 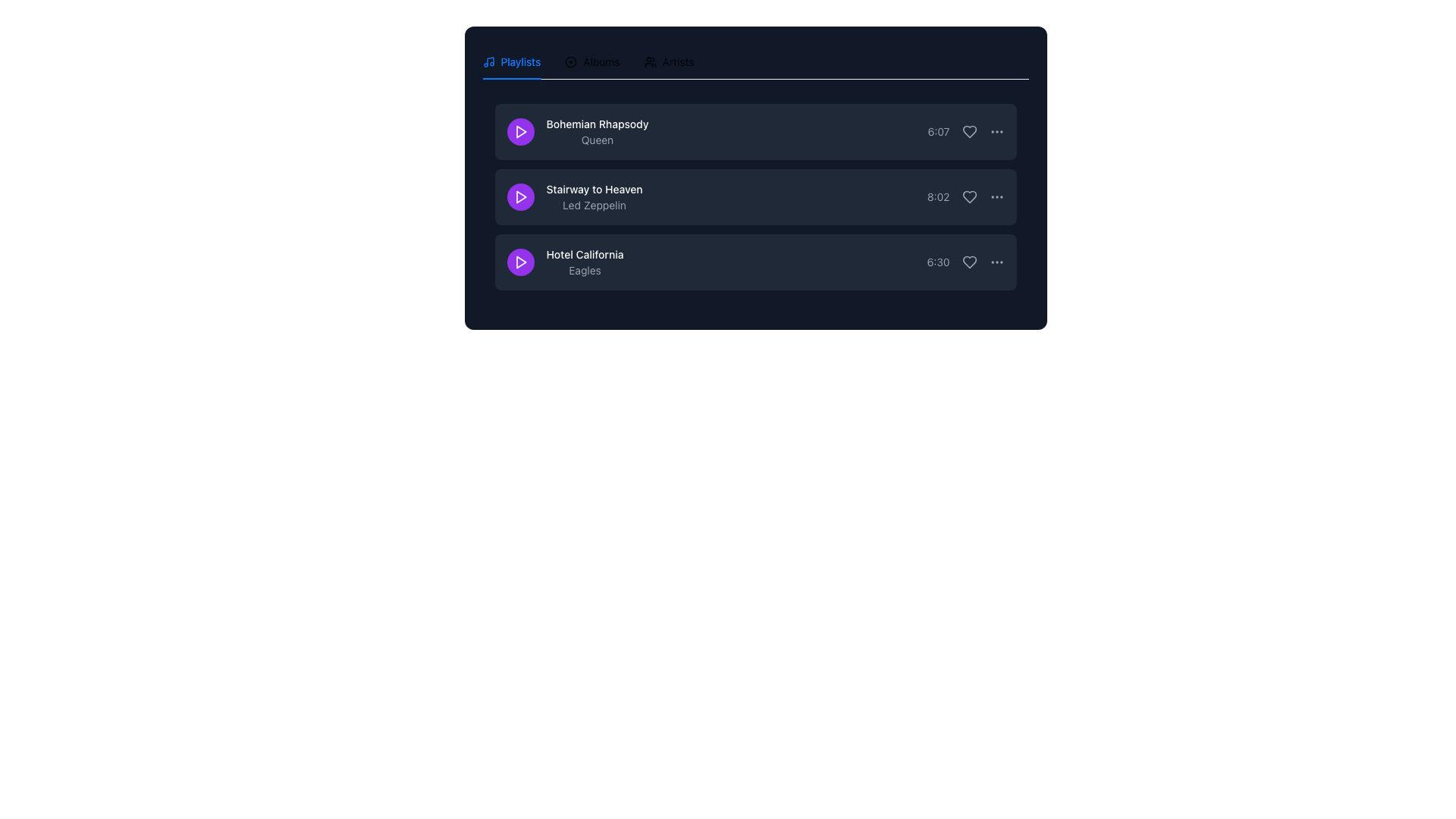 I want to click on the 'Albums' tab in the navigation bar, so click(x=591, y=61).